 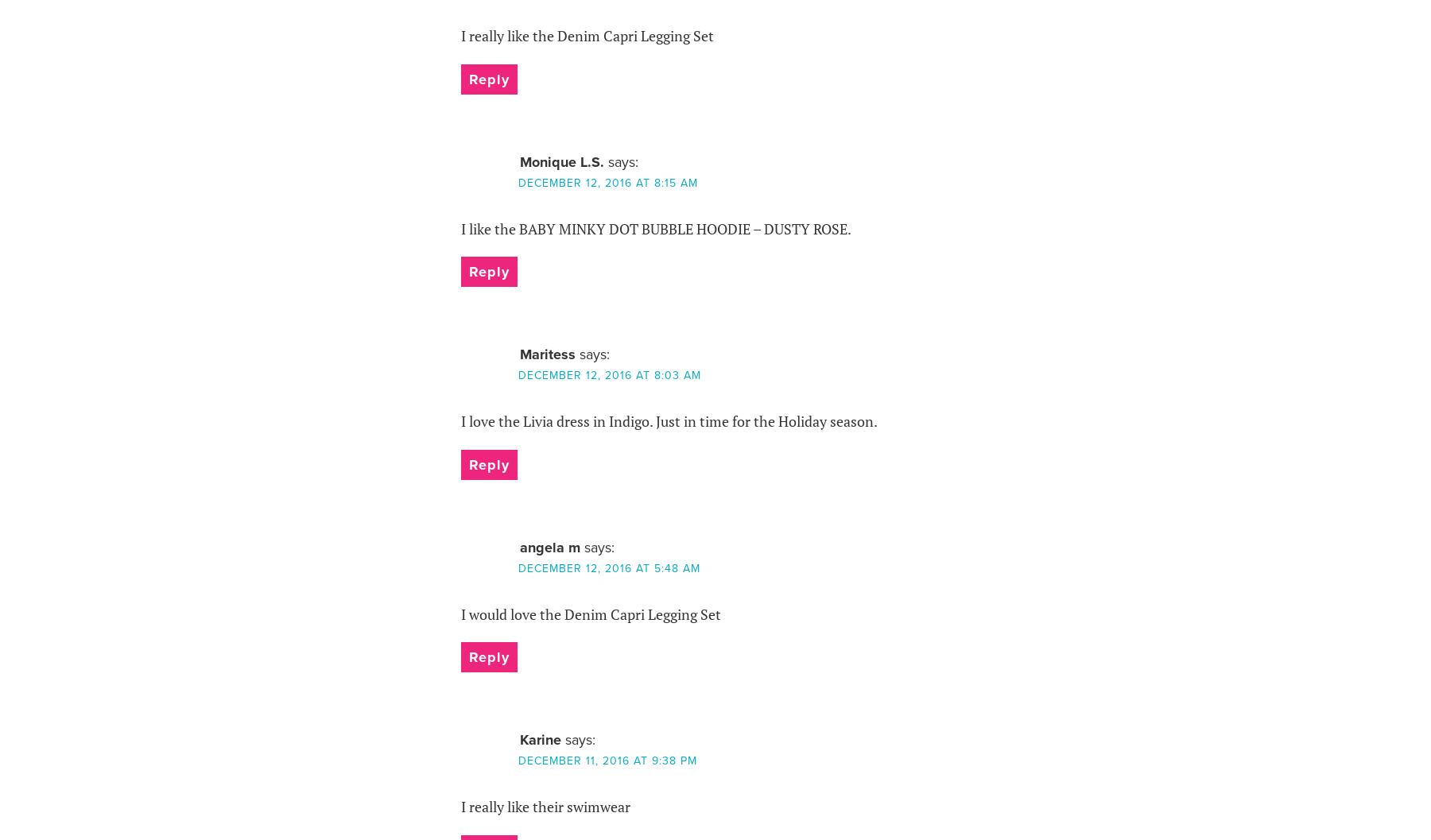 I want to click on 'I like the BABY MINKY DOT BUBBLE HOODIE – DUSTY ROSE.', so click(x=460, y=226).